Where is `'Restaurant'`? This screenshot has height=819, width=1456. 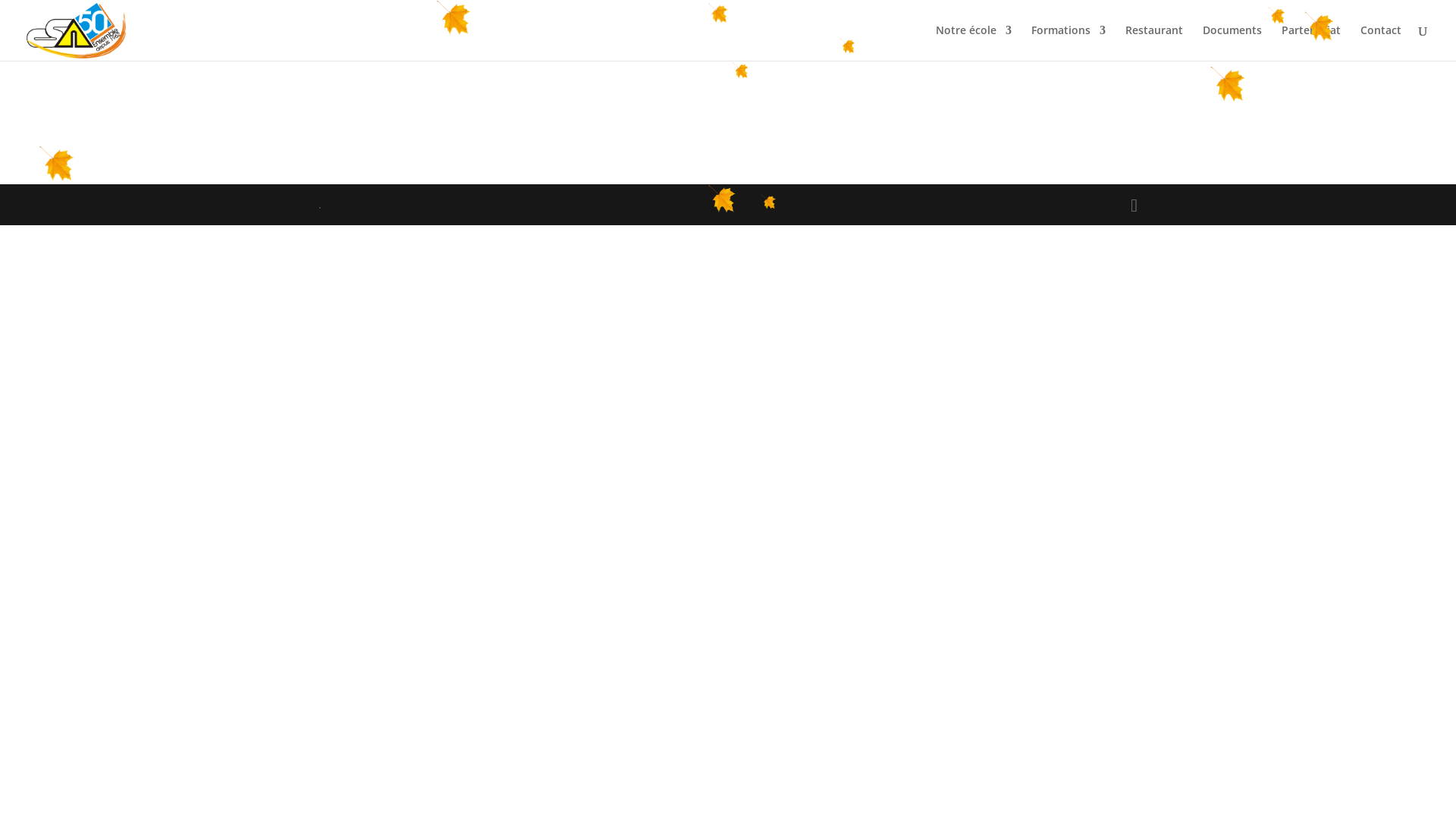
'Restaurant' is located at coordinates (1153, 42).